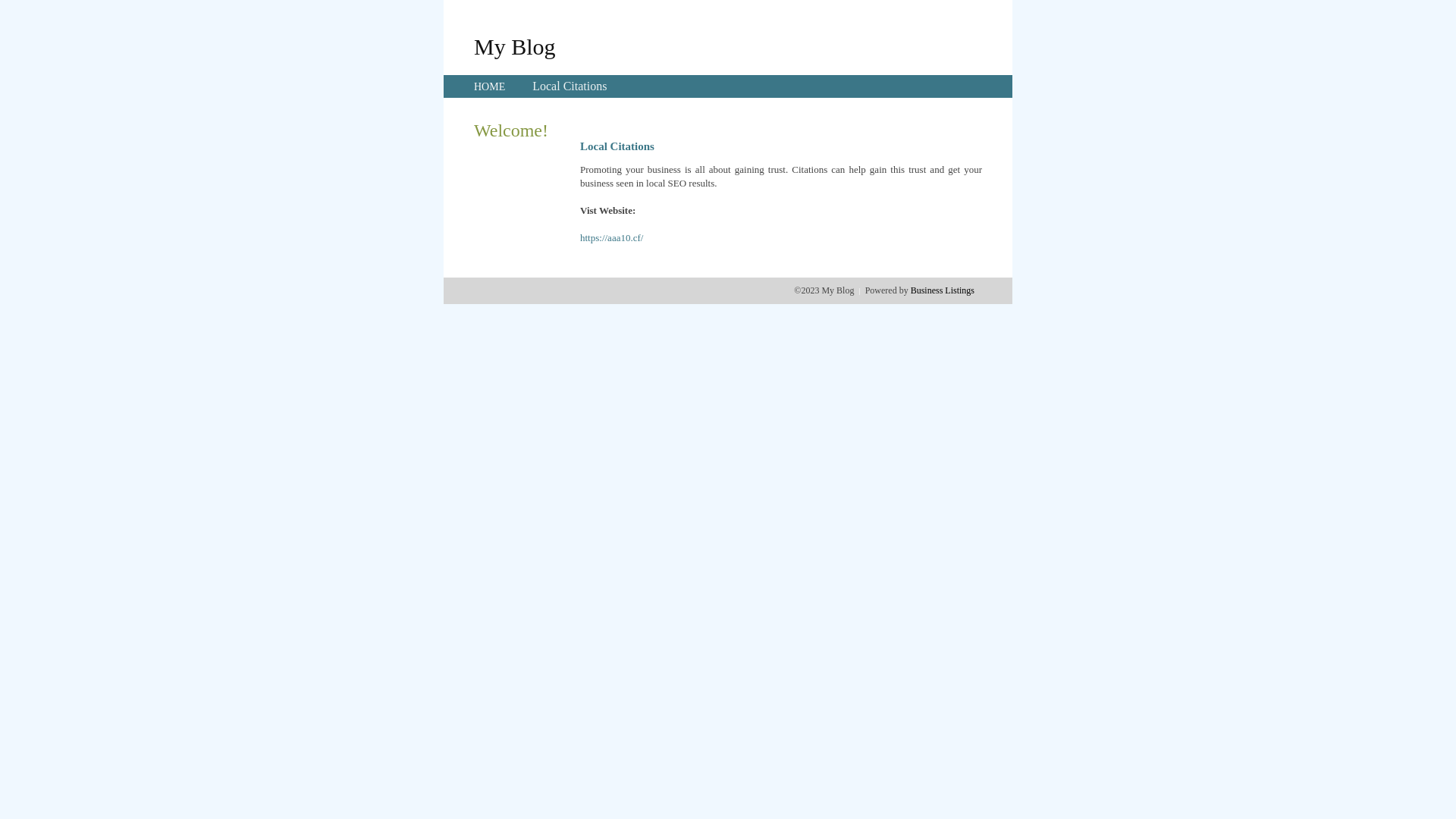  Describe the element at coordinates (910, 290) in the screenshot. I see `'Business Listings'` at that location.